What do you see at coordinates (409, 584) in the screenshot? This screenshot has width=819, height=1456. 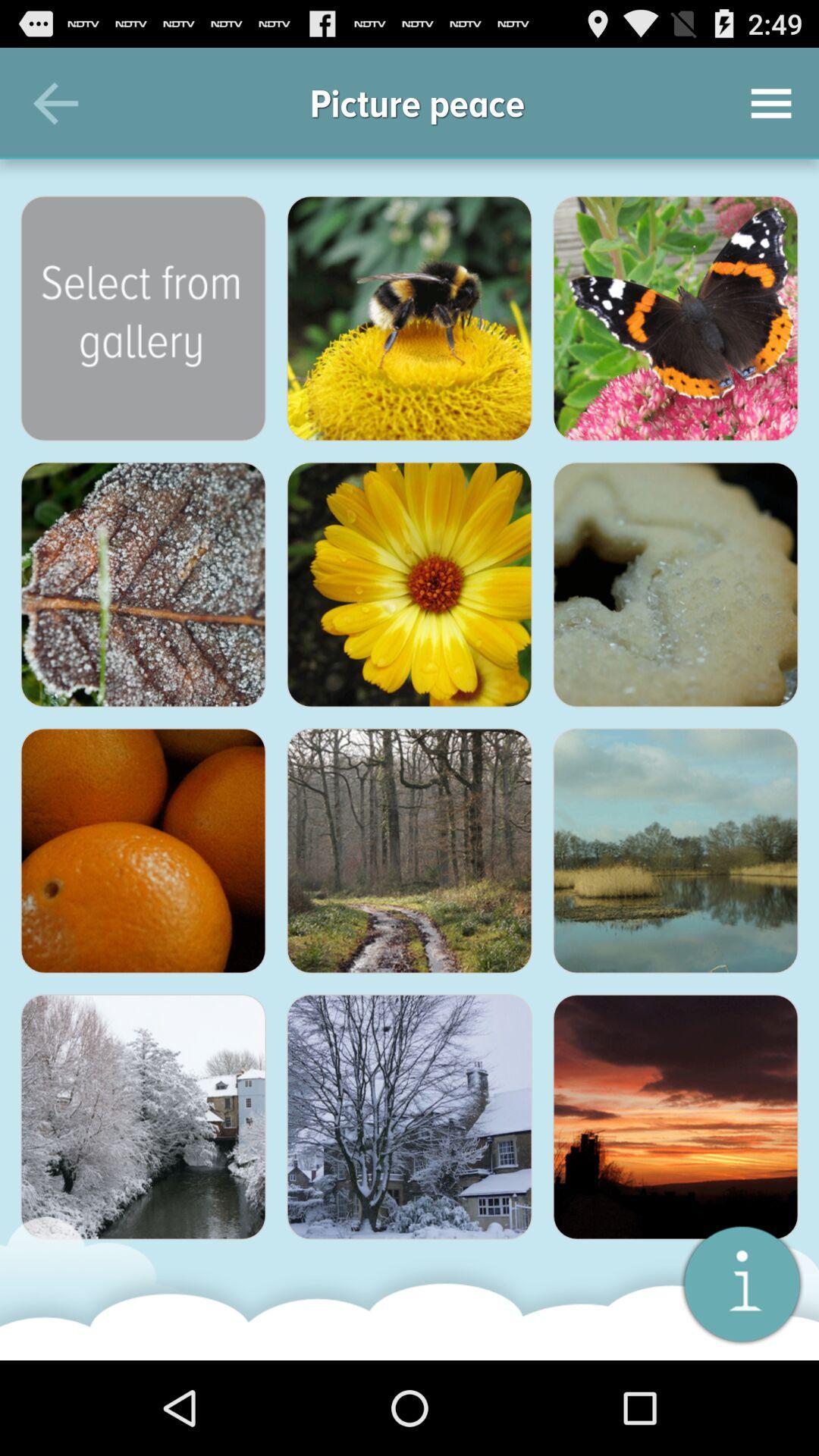 I see `photo of flower` at bounding box center [409, 584].